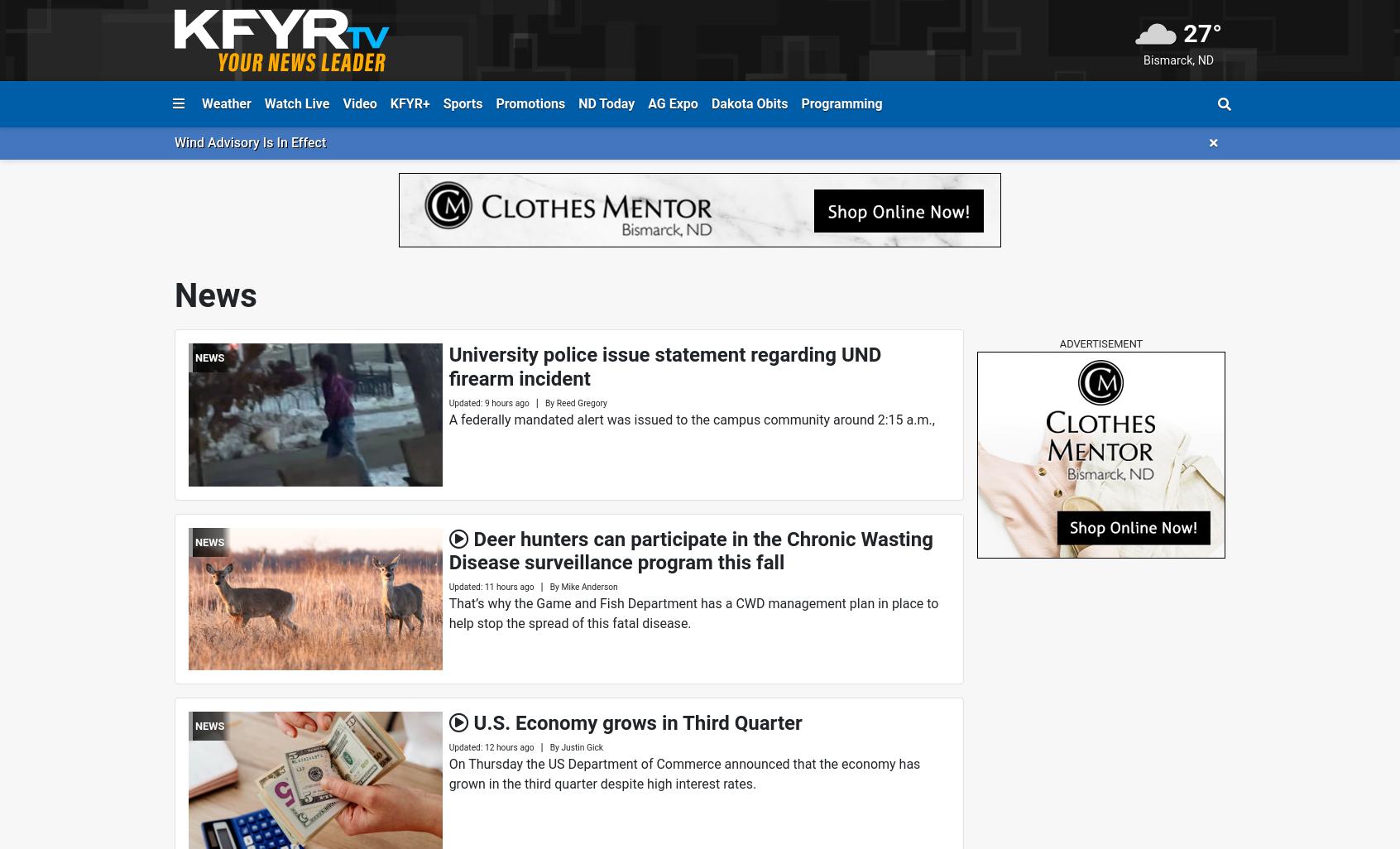 This screenshot has width=1400, height=849. I want to click on 'News', so click(173, 295).